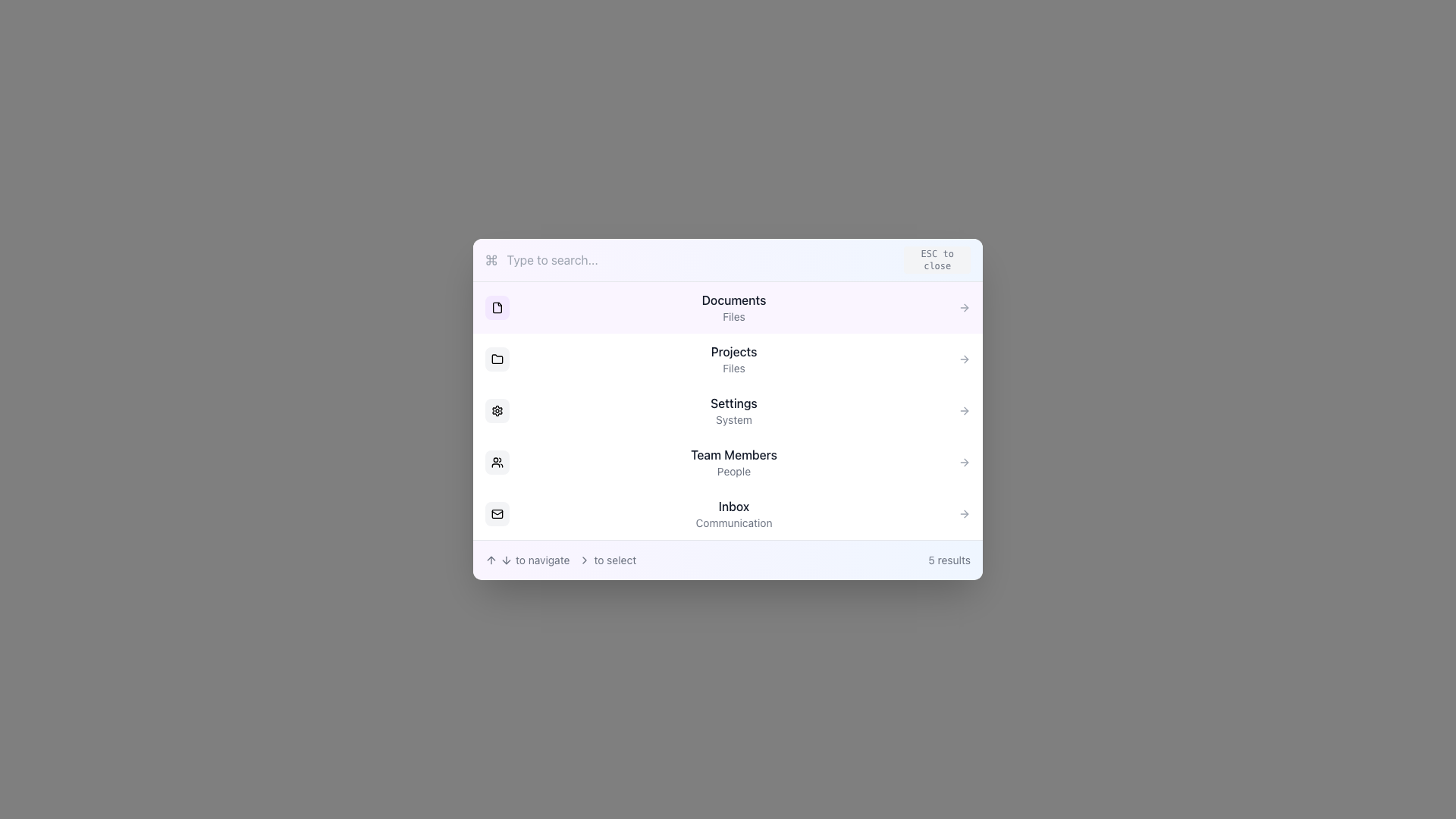 The width and height of the screenshot is (1456, 819). I want to click on the right arrow icon next to the 'Settings' text, which indicates navigation to a related sub-menu or page, so click(965, 411).